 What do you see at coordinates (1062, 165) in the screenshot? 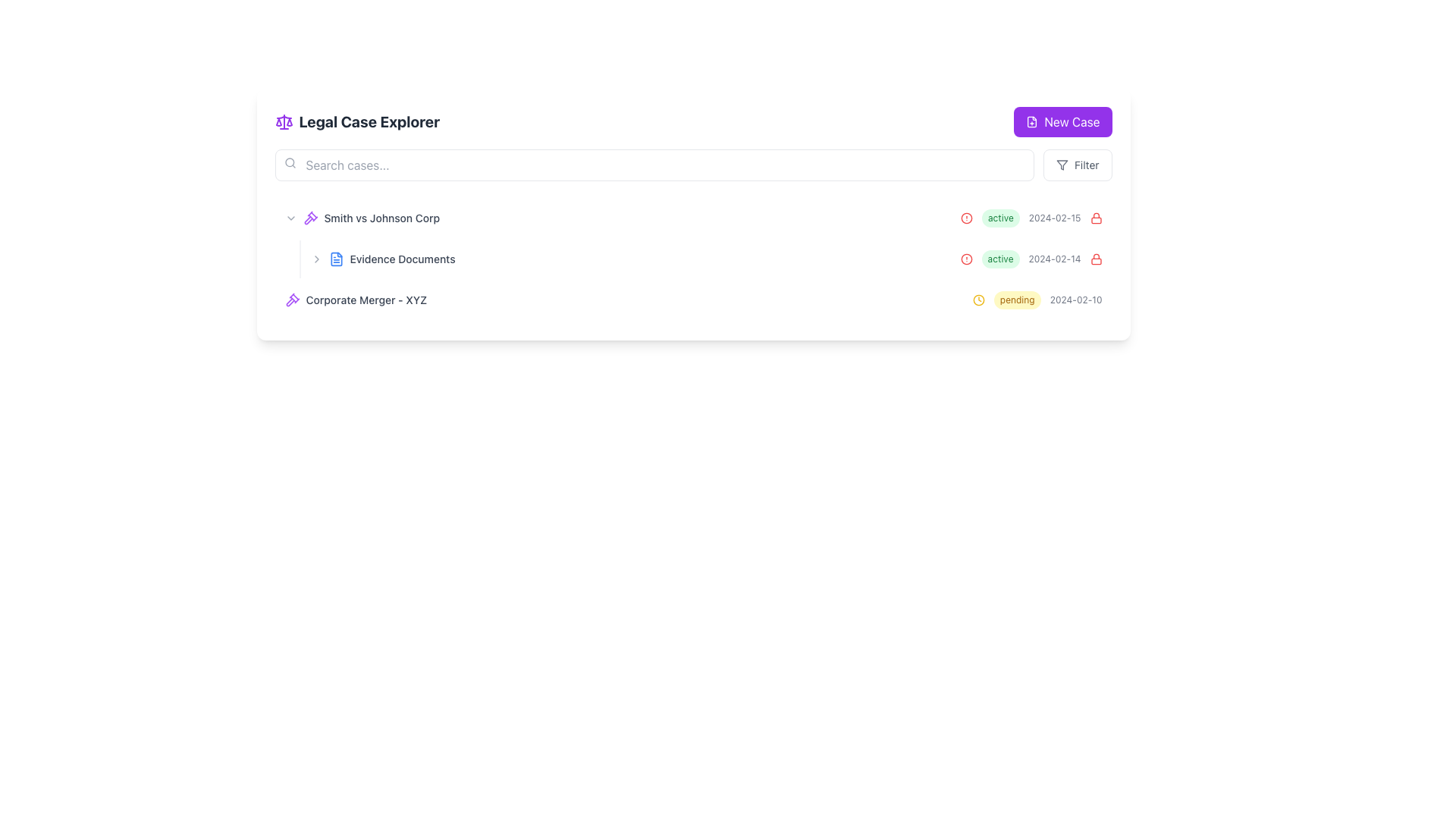
I see `the silver-gray funnel icon within the 'Filter' button` at bounding box center [1062, 165].